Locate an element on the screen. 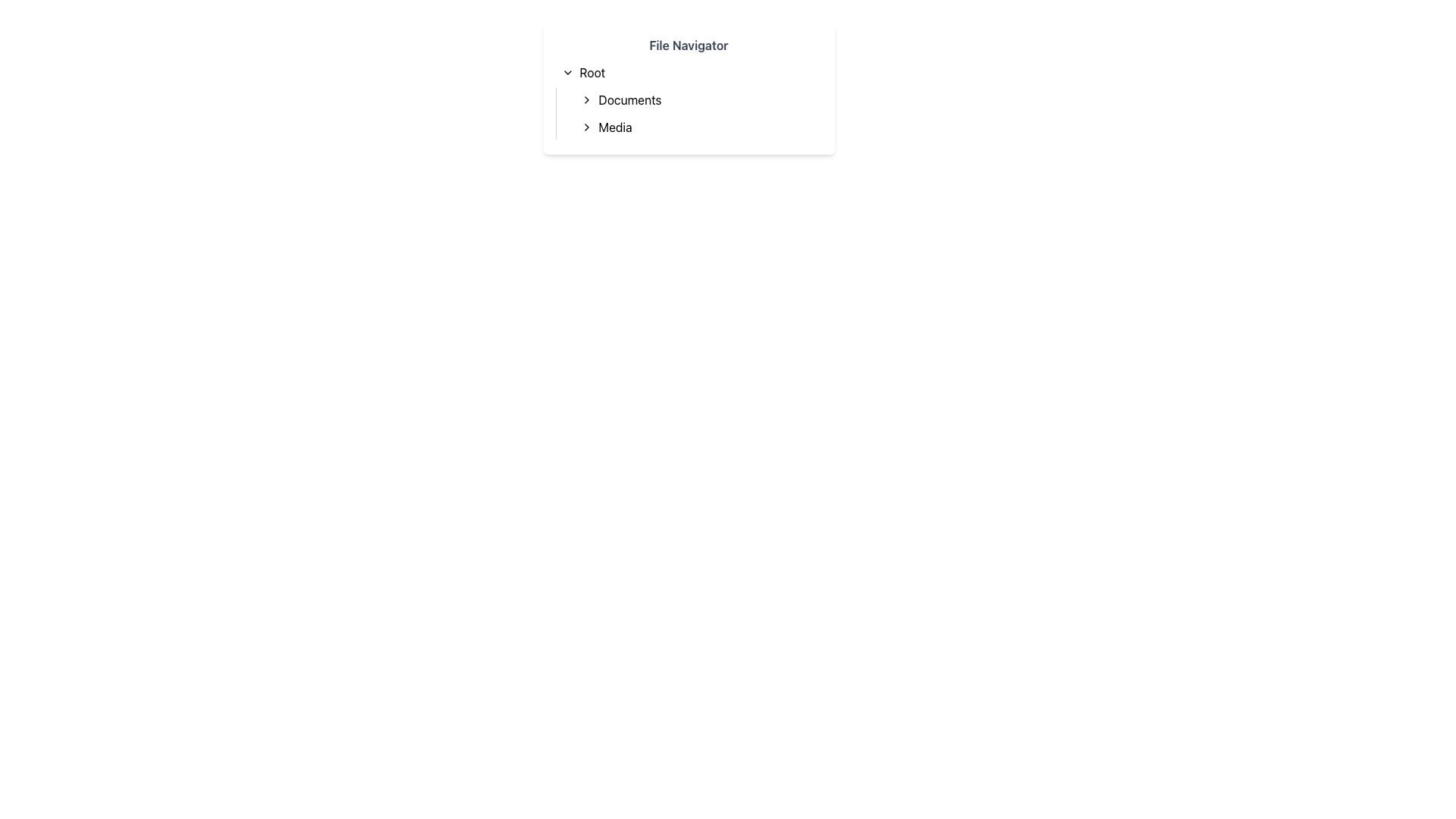  the 'Media' label is located at coordinates (615, 127).